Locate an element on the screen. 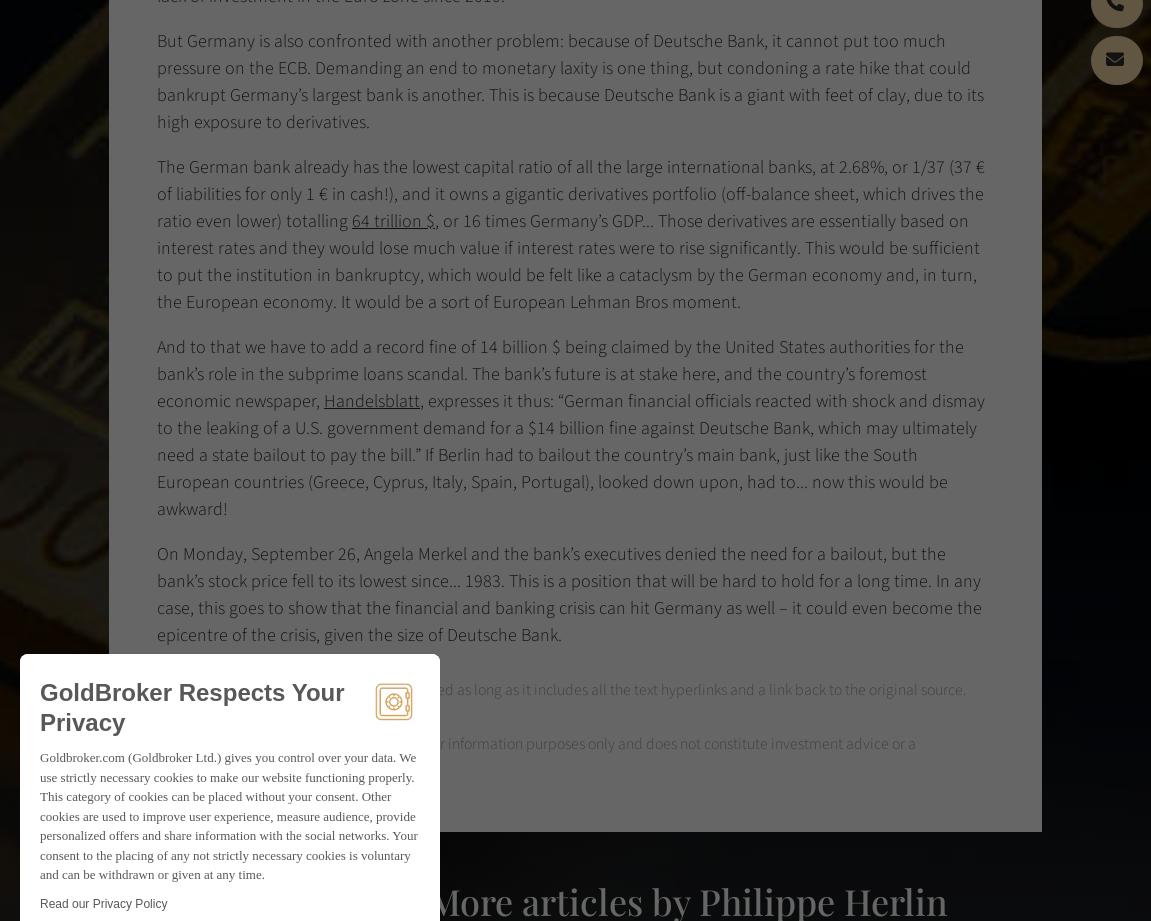  'The information contained in this article is for information purposes only and does not constitute investment advice or a recommendation to buy or sell.' is located at coordinates (535, 757).